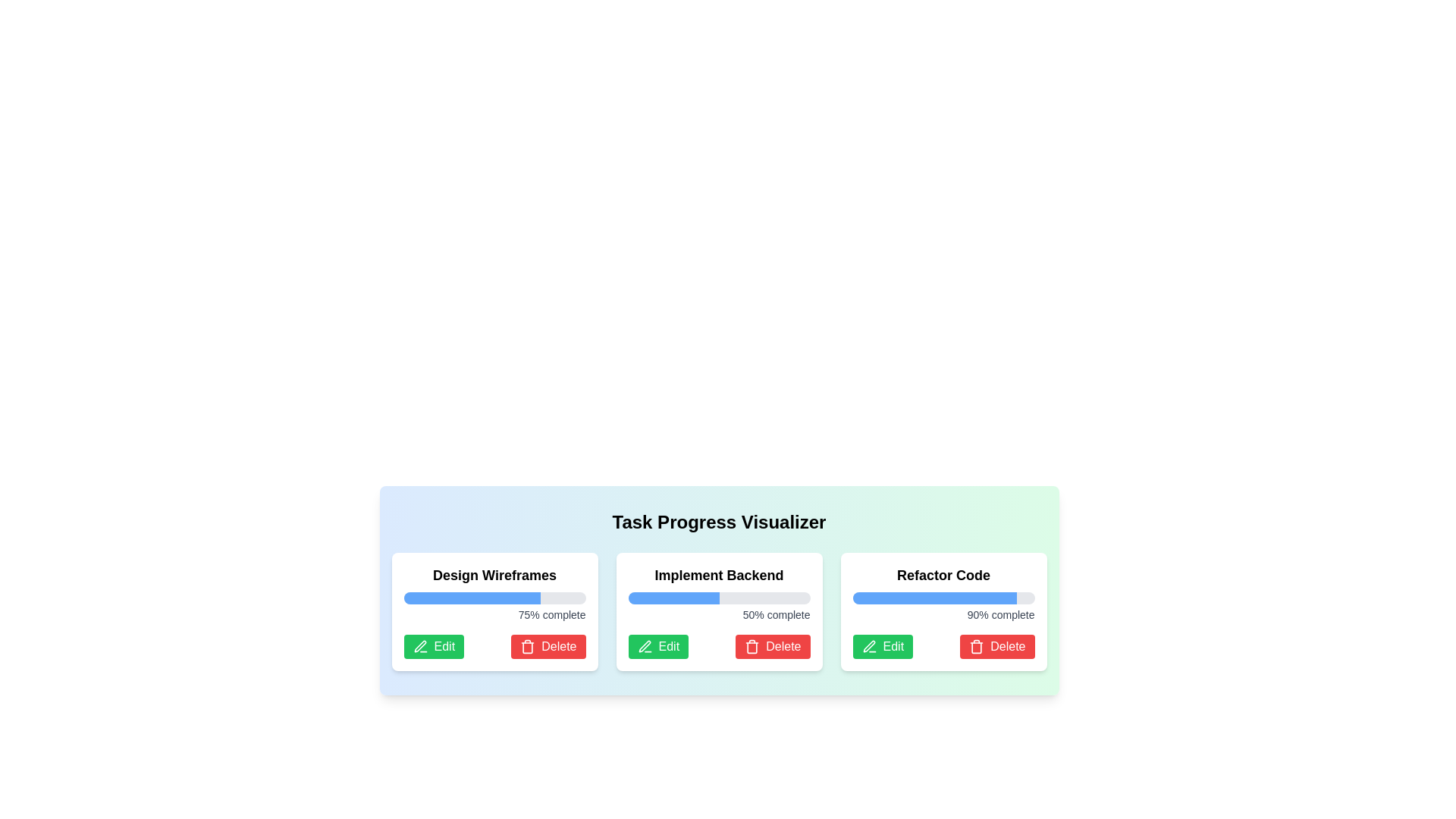 This screenshot has height=819, width=1456. Describe the element at coordinates (942, 598) in the screenshot. I see `the progress` at that location.